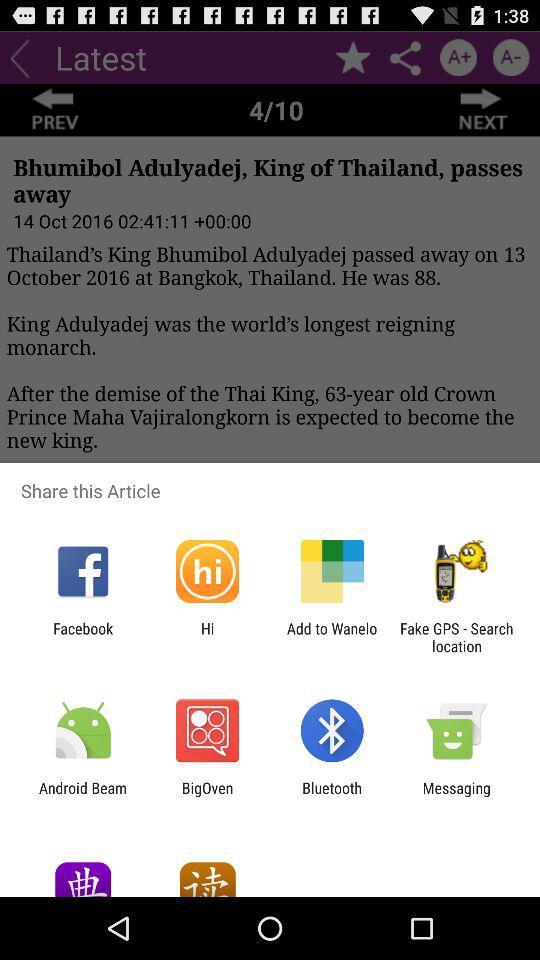  What do you see at coordinates (456, 796) in the screenshot?
I see `icon to the right of the bluetooth item` at bounding box center [456, 796].